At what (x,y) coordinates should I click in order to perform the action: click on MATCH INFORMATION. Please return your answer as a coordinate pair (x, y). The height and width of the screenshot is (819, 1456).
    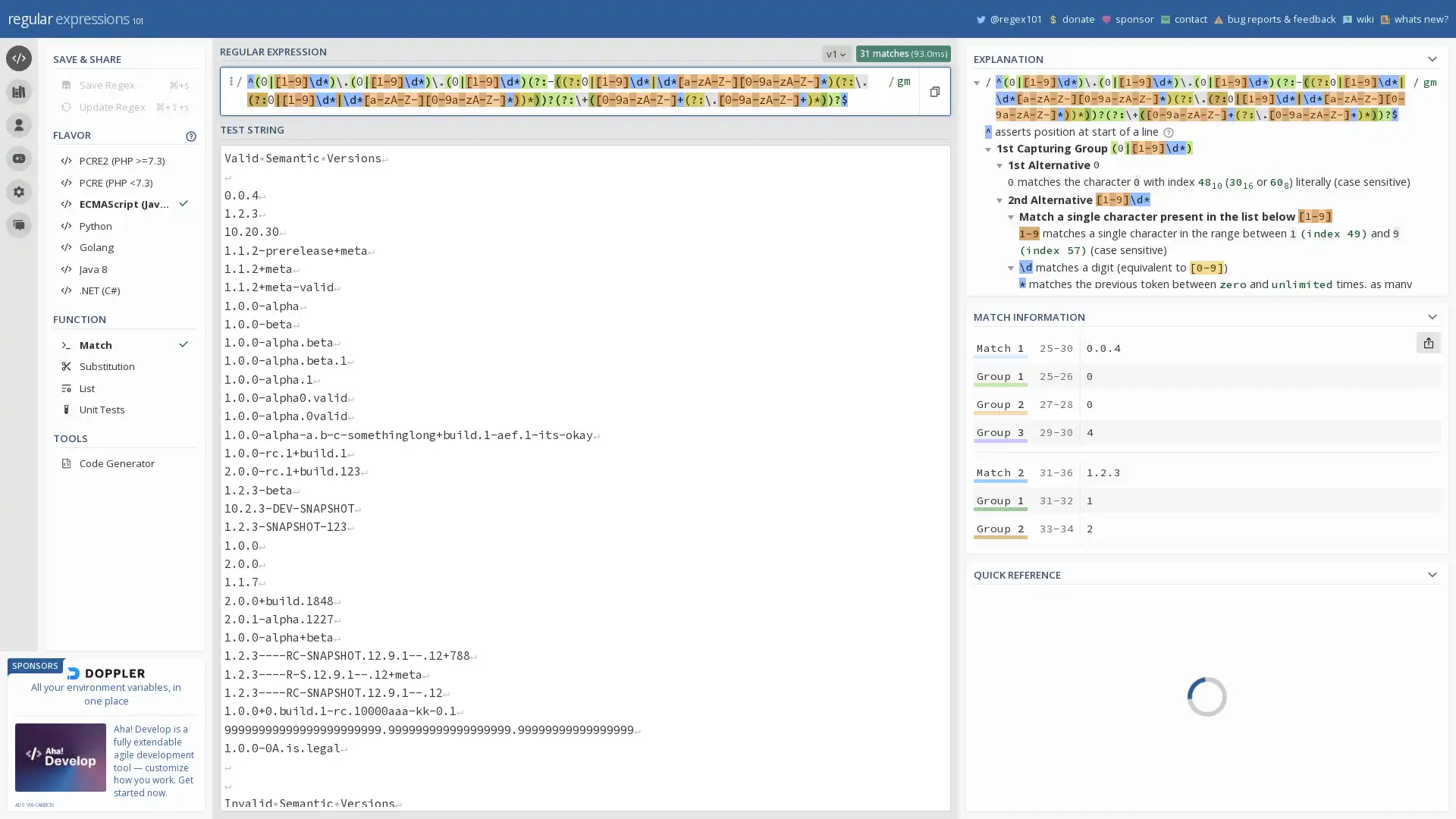
    Looking at the image, I should click on (1207, 314).